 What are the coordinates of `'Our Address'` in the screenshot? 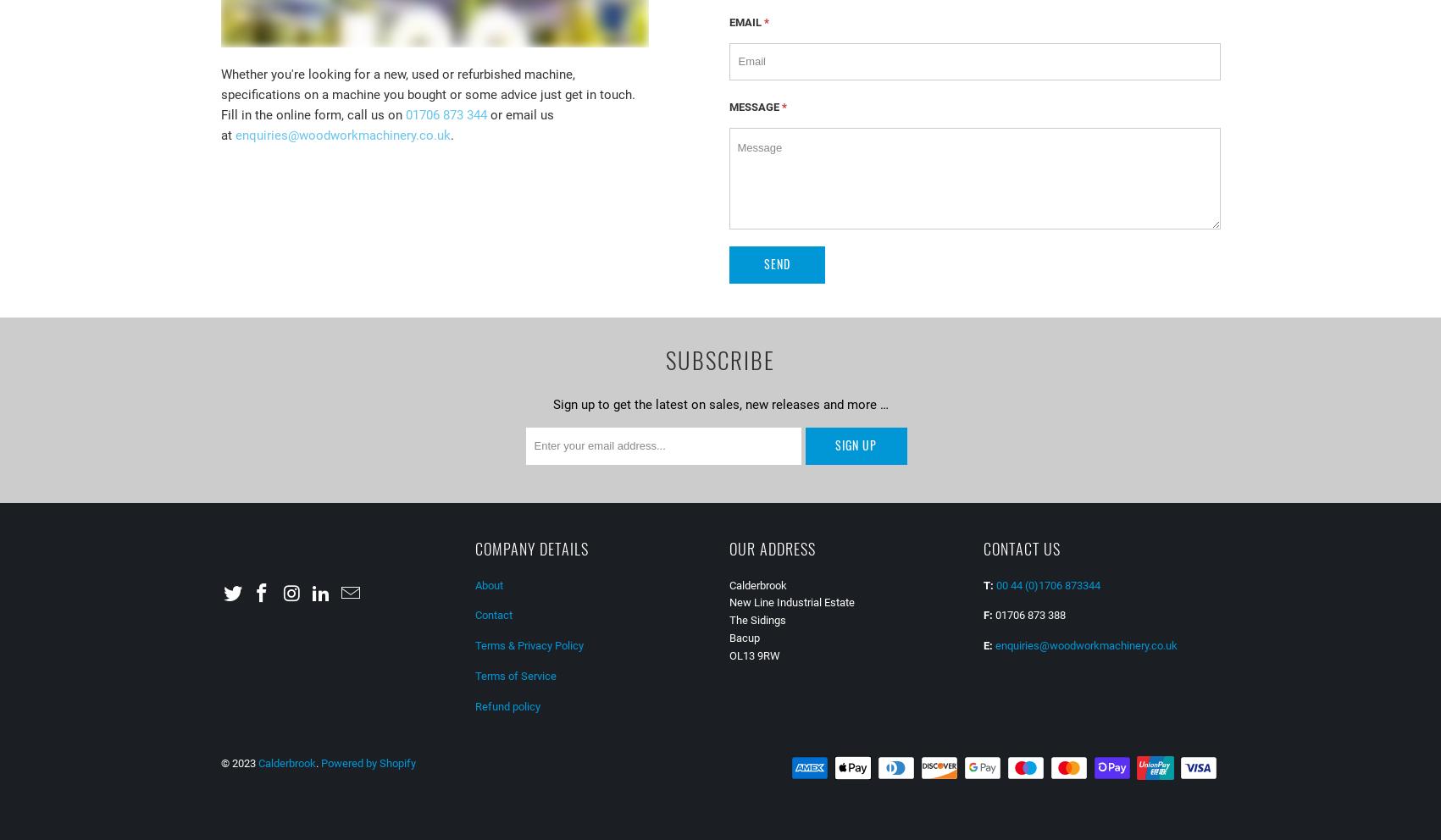 It's located at (771, 547).